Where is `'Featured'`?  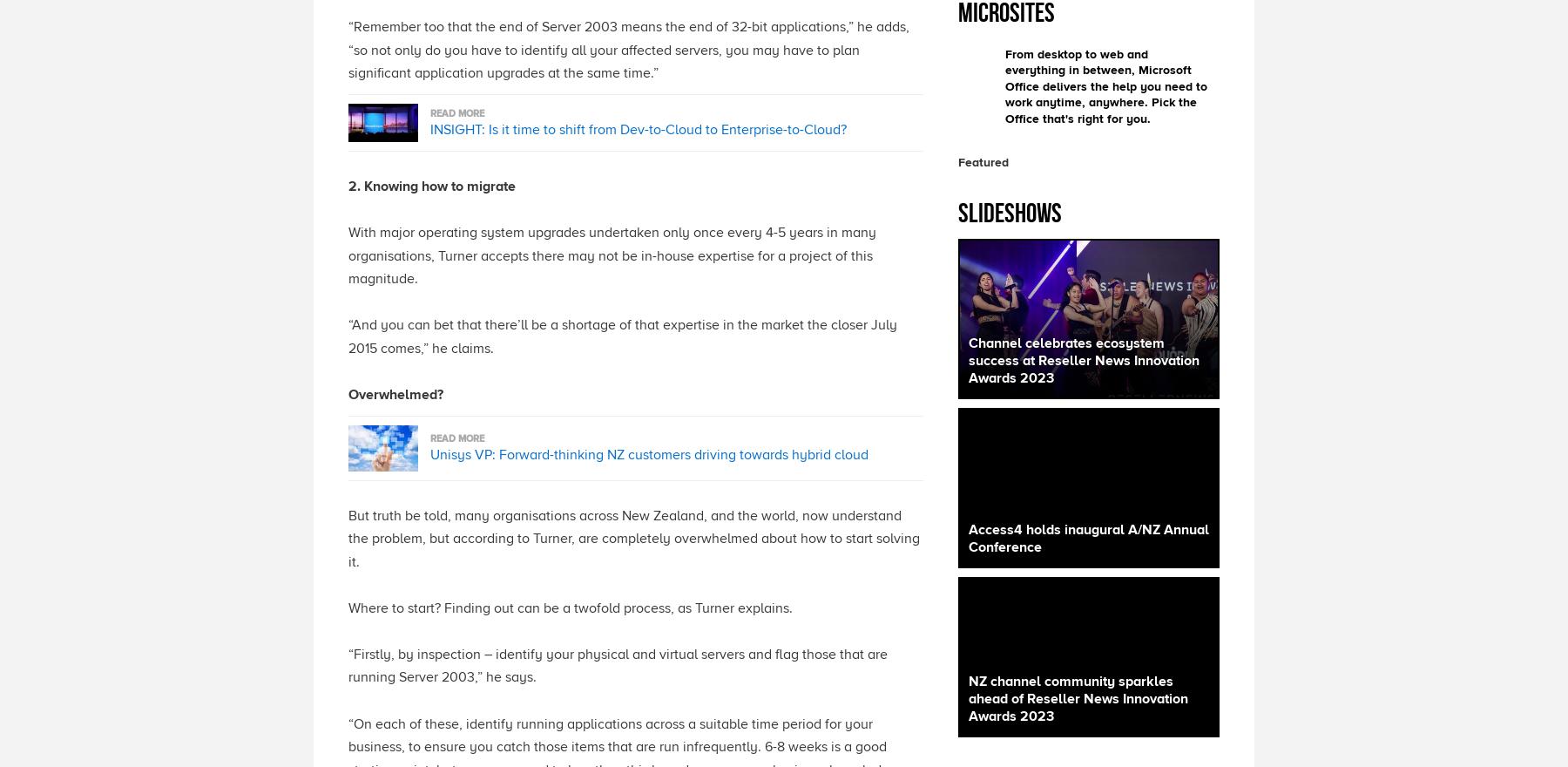
'Featured' is located at coordinates (982, 161).